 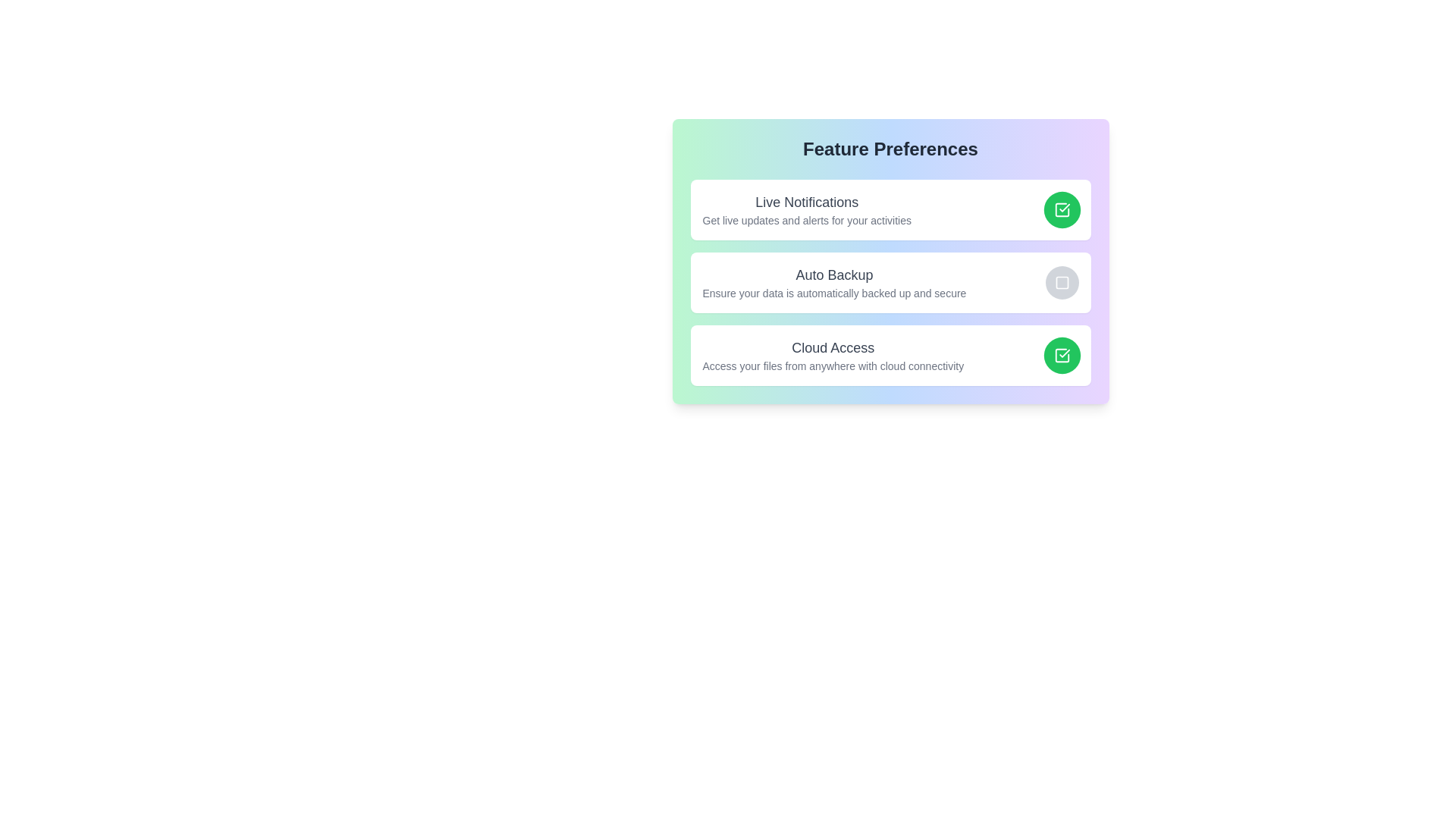 I want to click on the descriptive text for the 'Live Notifications' feature located in the 'Feature Preferences' section, positioned below the header 'Live Notifications' and above the horizontal separator leading to 'Auto Backup', so click(x=806, y=220).